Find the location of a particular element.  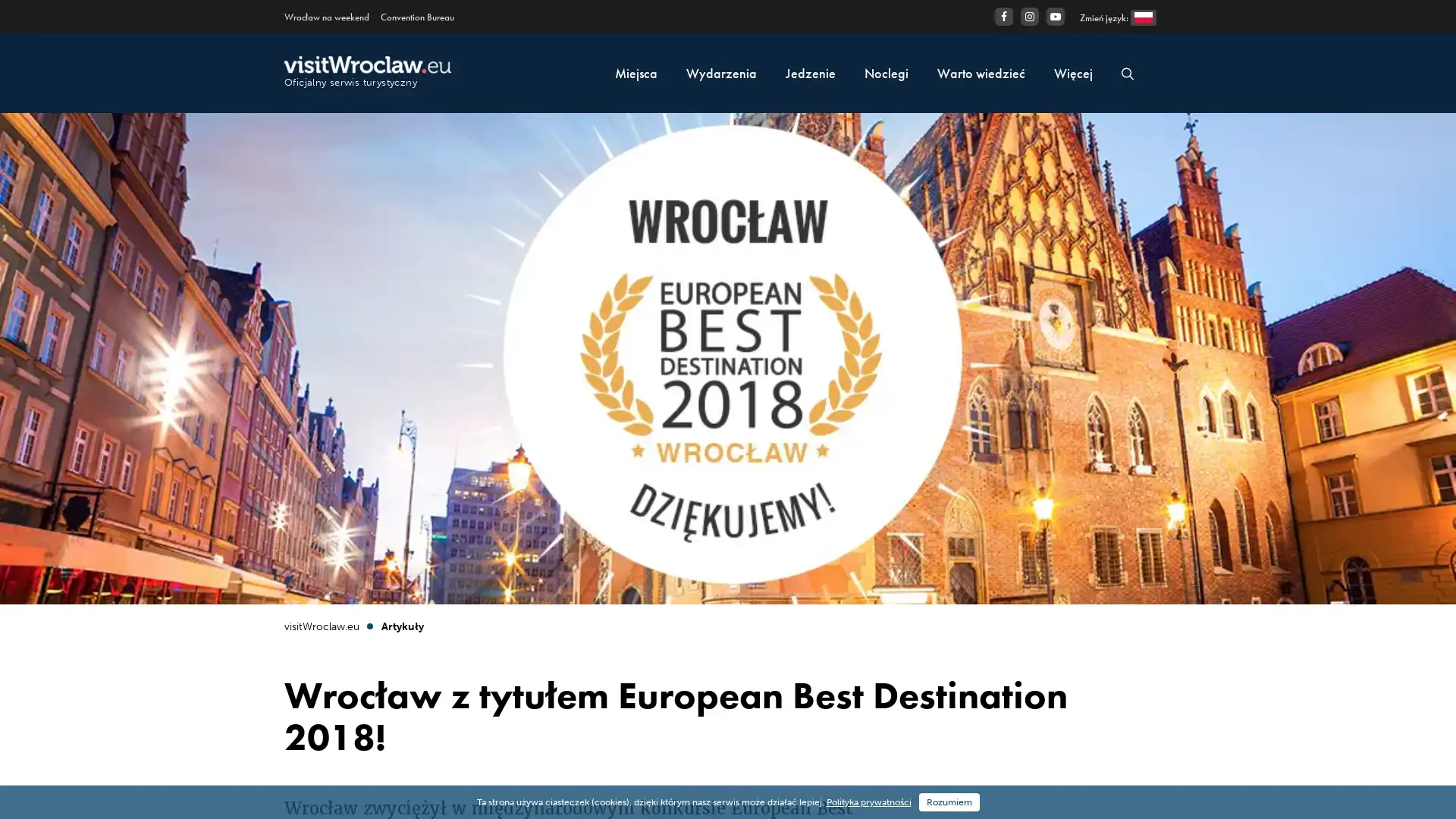

Warto wiedziec is located at coordinates (981, 73).